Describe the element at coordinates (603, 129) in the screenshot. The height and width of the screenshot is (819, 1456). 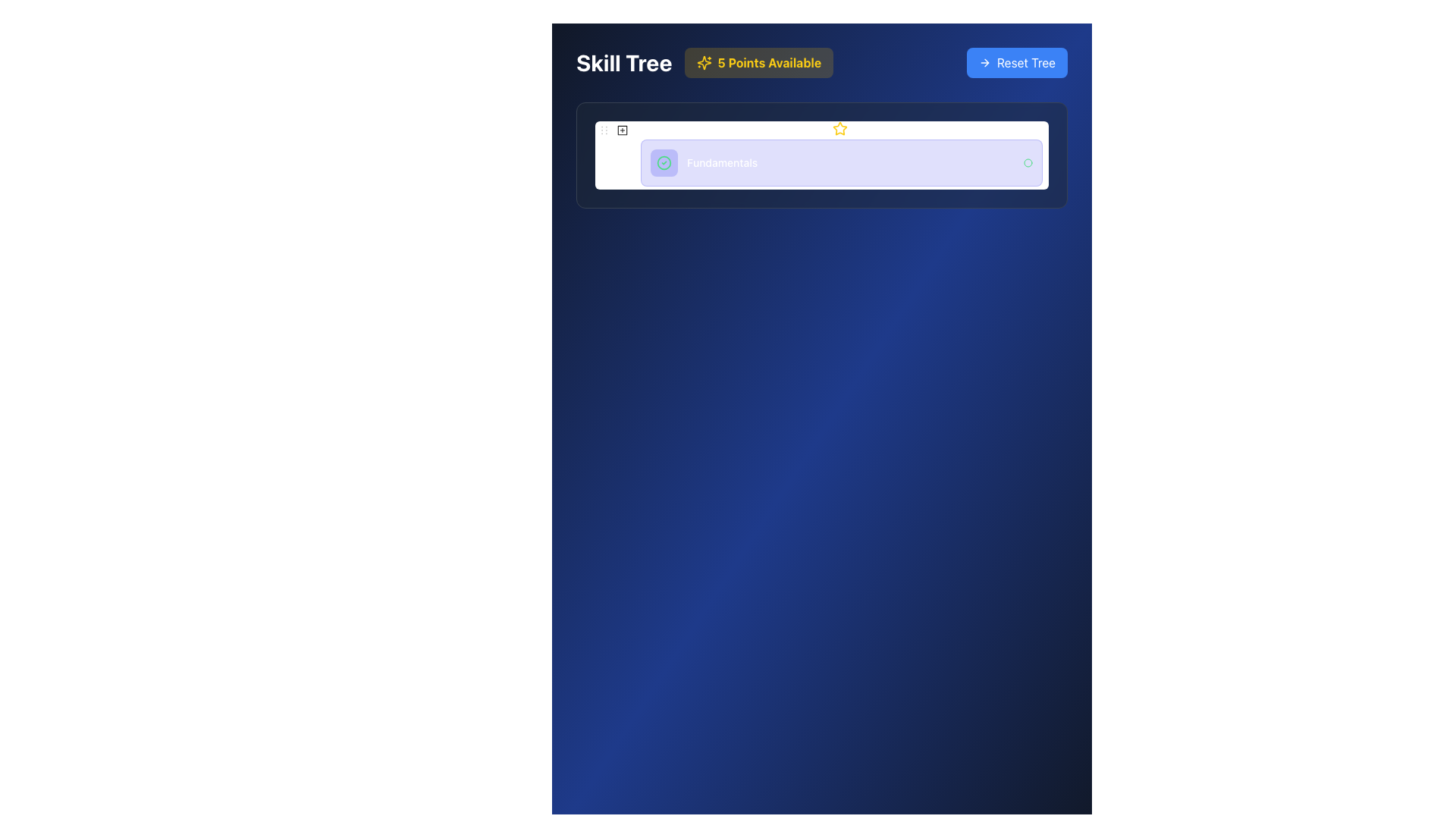
I see `the small monochromatic icon styled as a group of circles or ellipses, located in the top left corner of the 'Fundamentals' box, next to the 'expand' and 'collapse' icons` at that location.